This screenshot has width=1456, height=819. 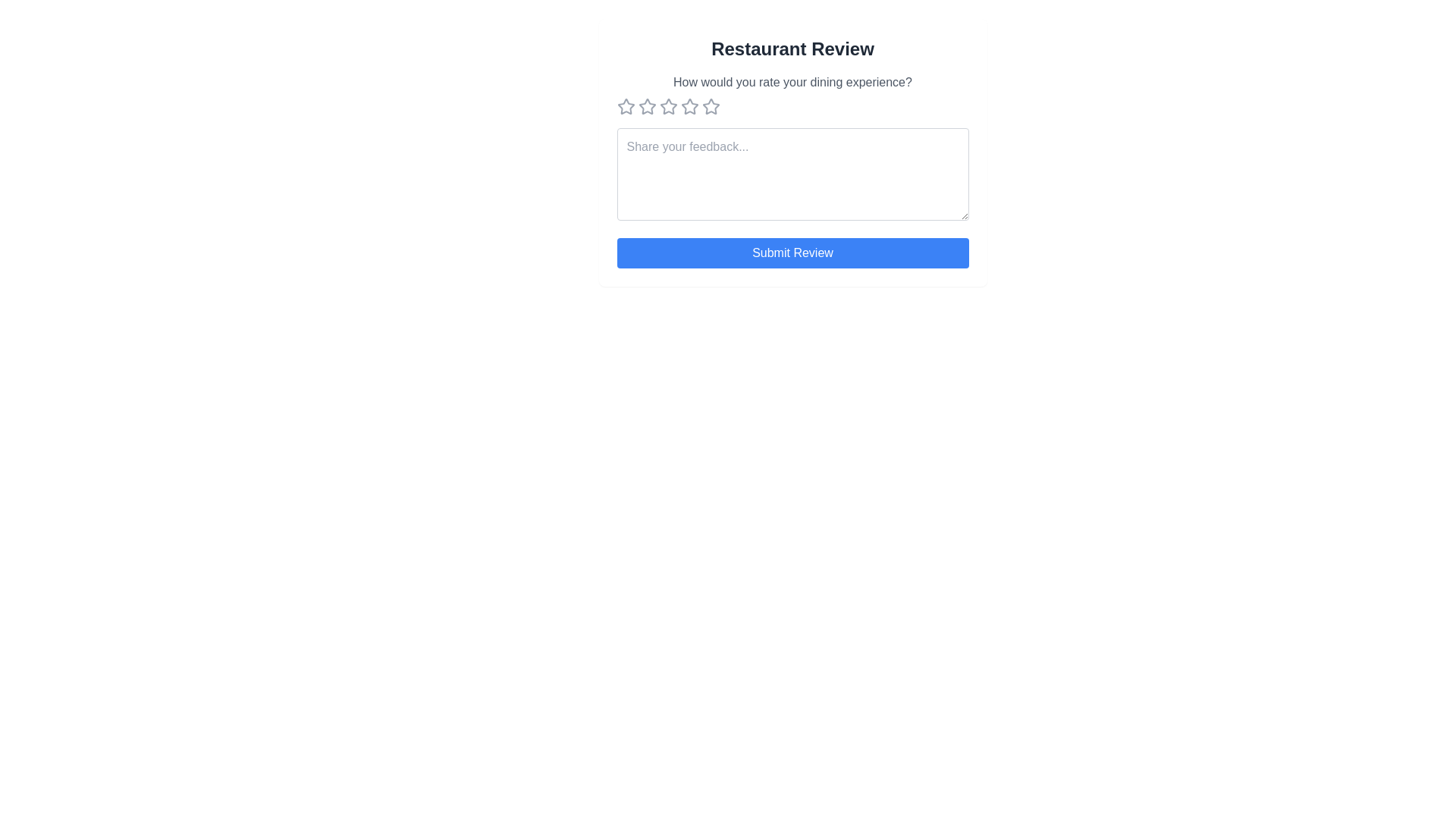 What do you see at coordinates (792, 174) in the screenshot?
I see `the feedback textarea and type the feedback text` at bounding box center [792, 174].